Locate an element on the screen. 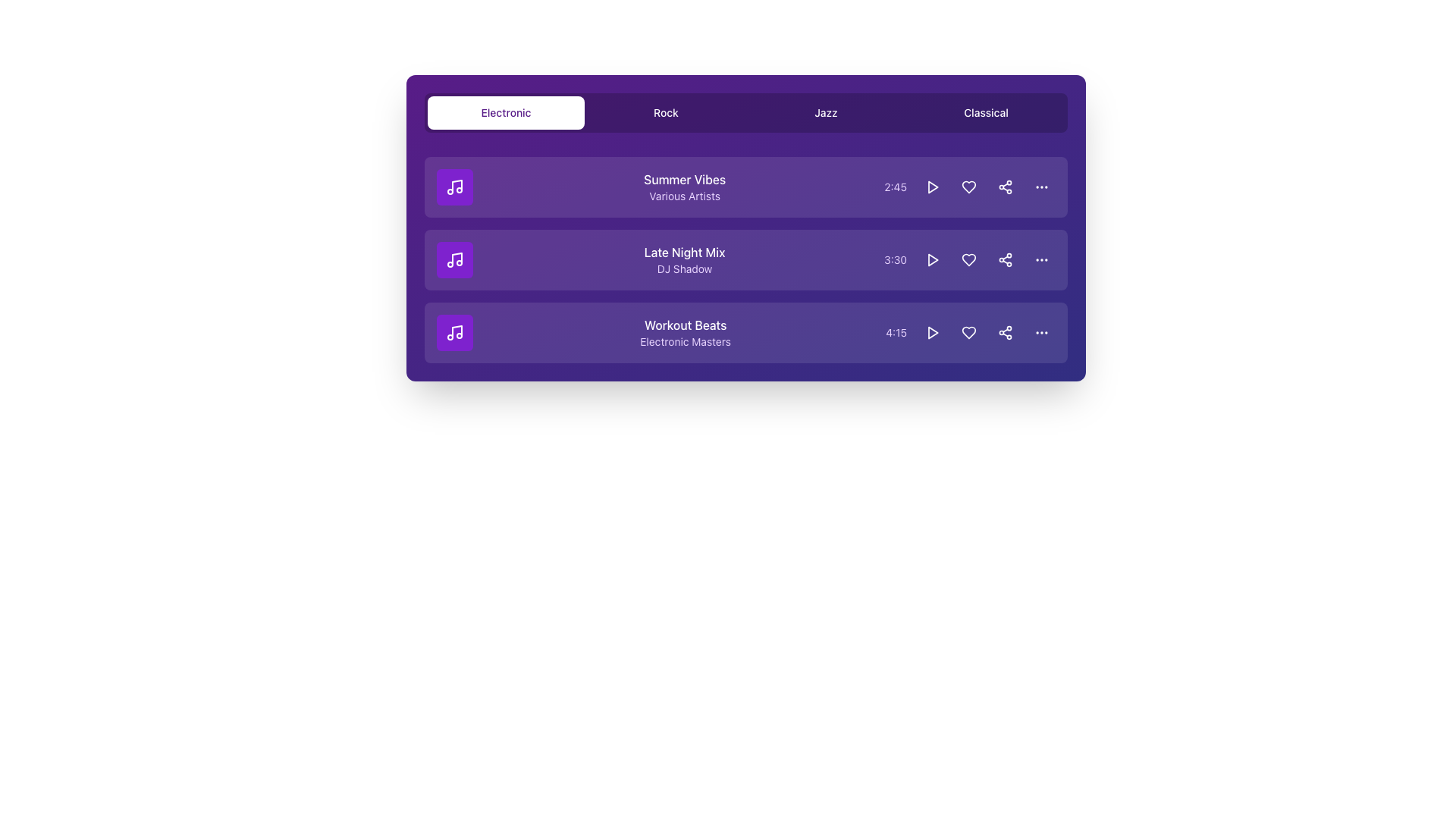 Image resolution: width=1456 pixels, height=819 pixels. the static text label displaying the duration of the audio item 'Summer Vibes' (2 minutes and 45 seconds) located at the right end of the first row in the vertically arranged list is located at coordinates (896, 186).